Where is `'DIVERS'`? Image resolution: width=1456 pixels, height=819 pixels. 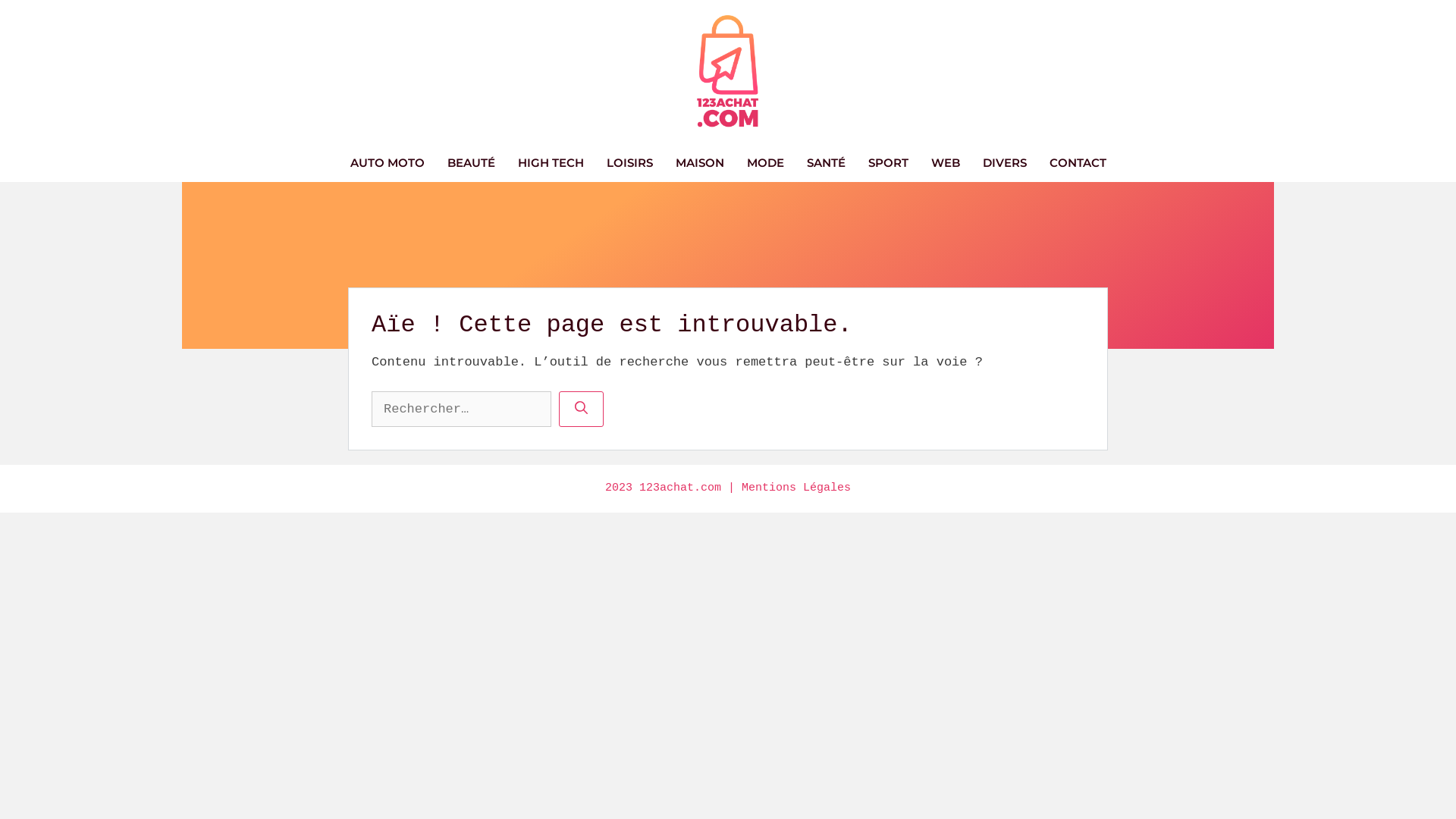 'DIVERS' is located at coordinates (1004, 163).